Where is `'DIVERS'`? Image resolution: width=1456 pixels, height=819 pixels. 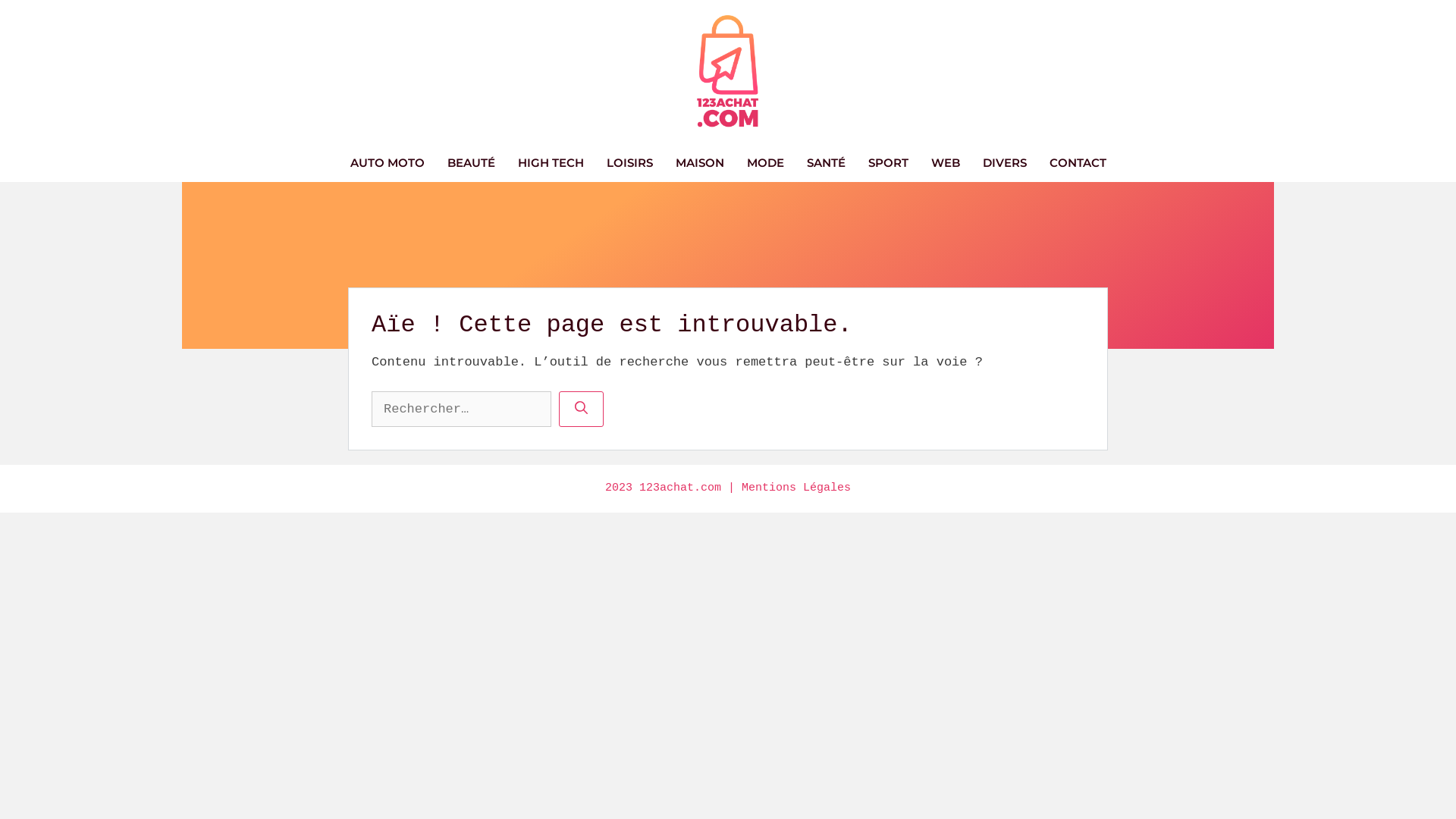 'DIVERS' is located at coordinates (1004, 163).